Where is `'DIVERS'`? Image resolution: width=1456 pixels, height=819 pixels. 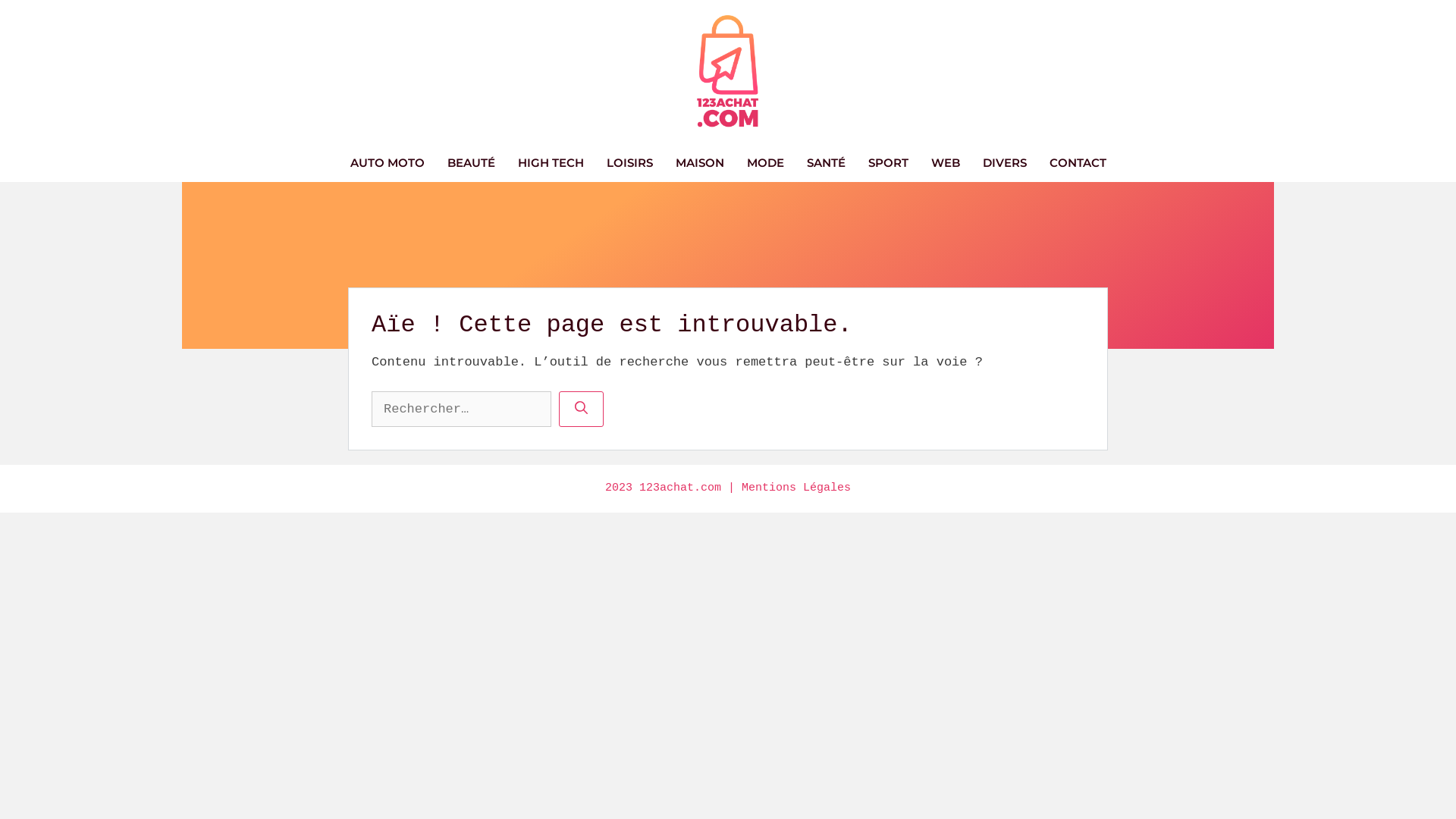 'DIVERS' is located at coordinates (1004, 163).